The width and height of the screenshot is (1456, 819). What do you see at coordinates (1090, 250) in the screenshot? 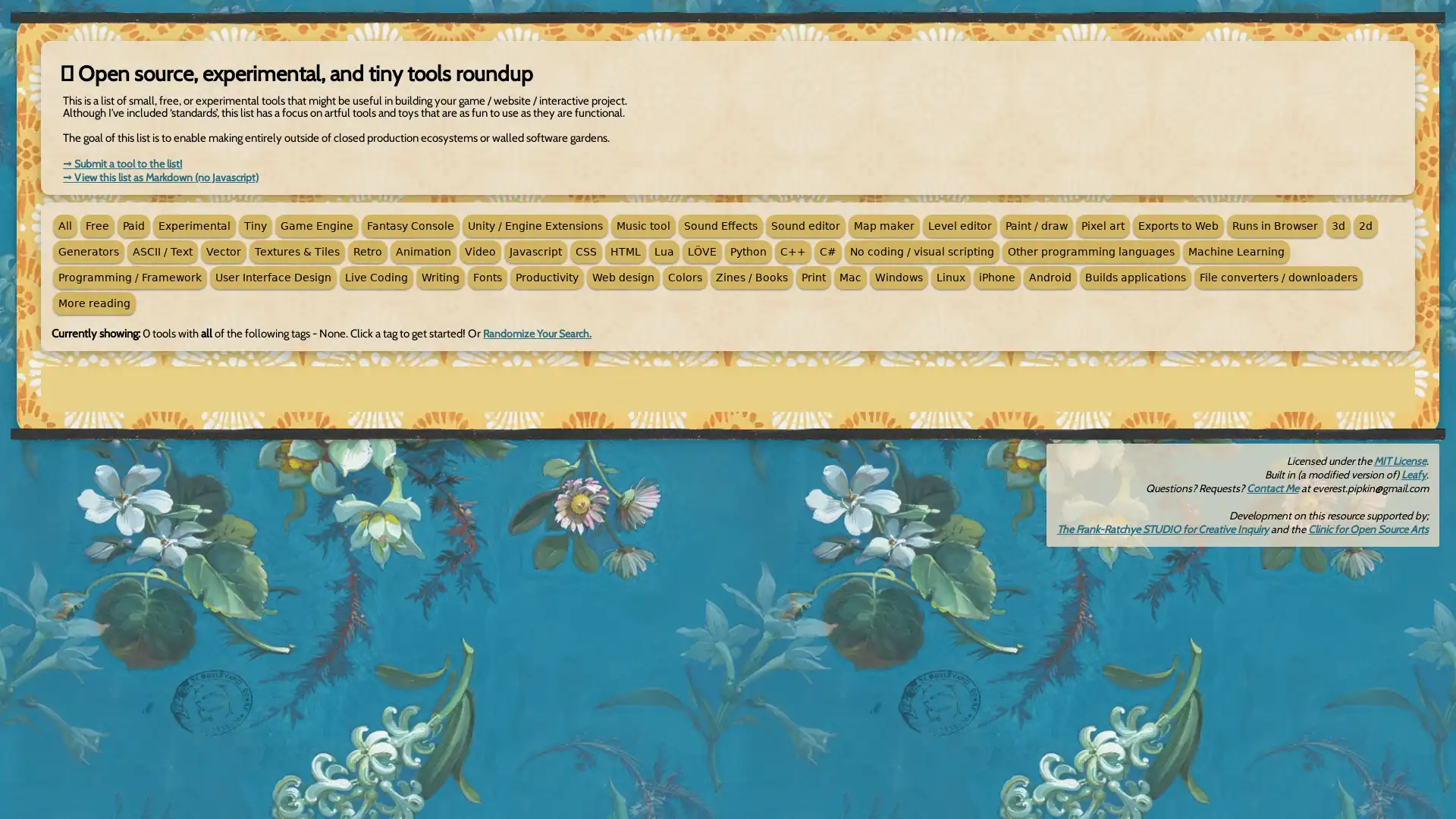
I see `Other programming languages` at bounding box center [1090, 250].